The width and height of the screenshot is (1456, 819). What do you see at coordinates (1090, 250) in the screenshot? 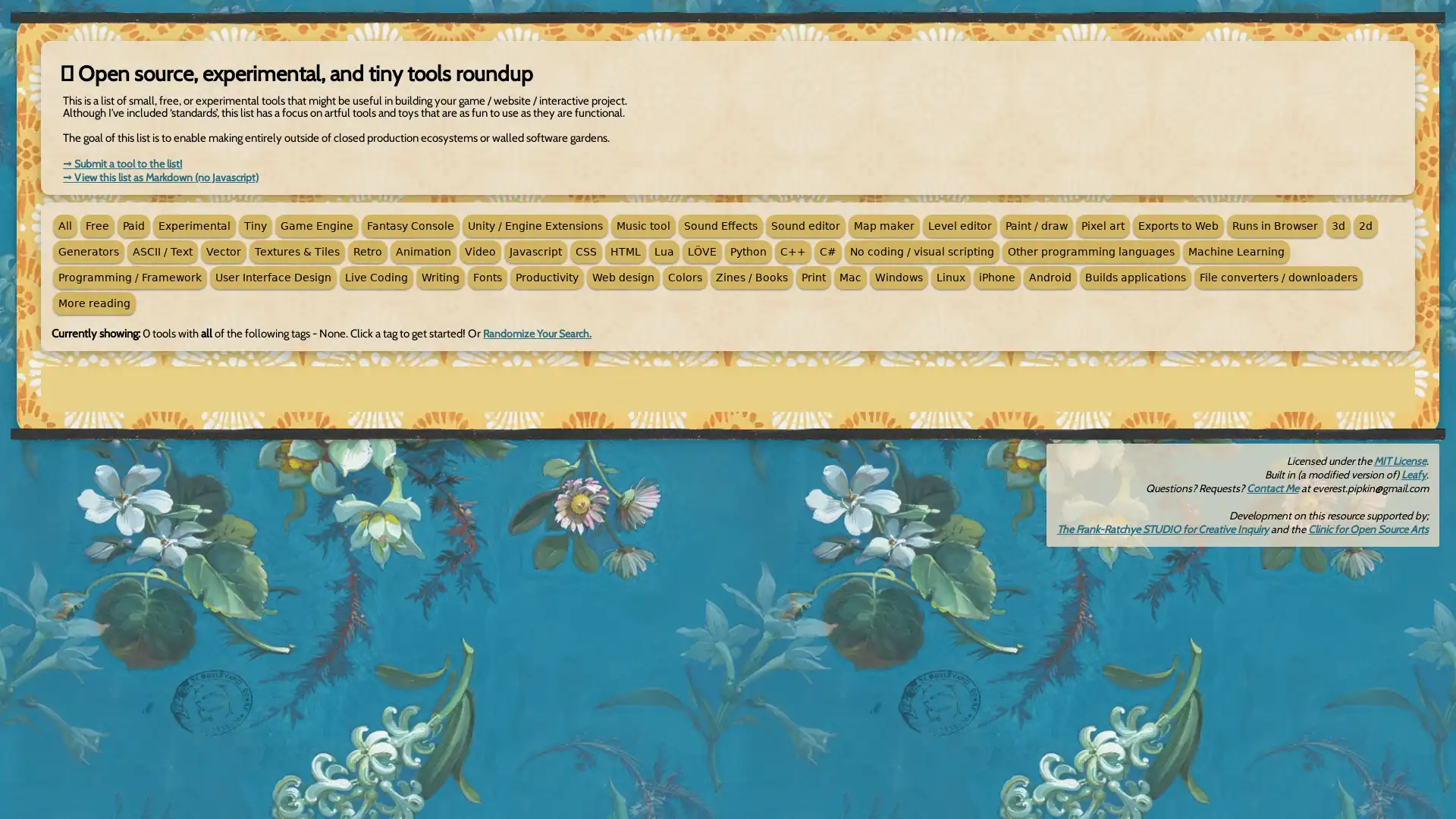
I see `Other programming languages` at bounding box center [1090, 250].